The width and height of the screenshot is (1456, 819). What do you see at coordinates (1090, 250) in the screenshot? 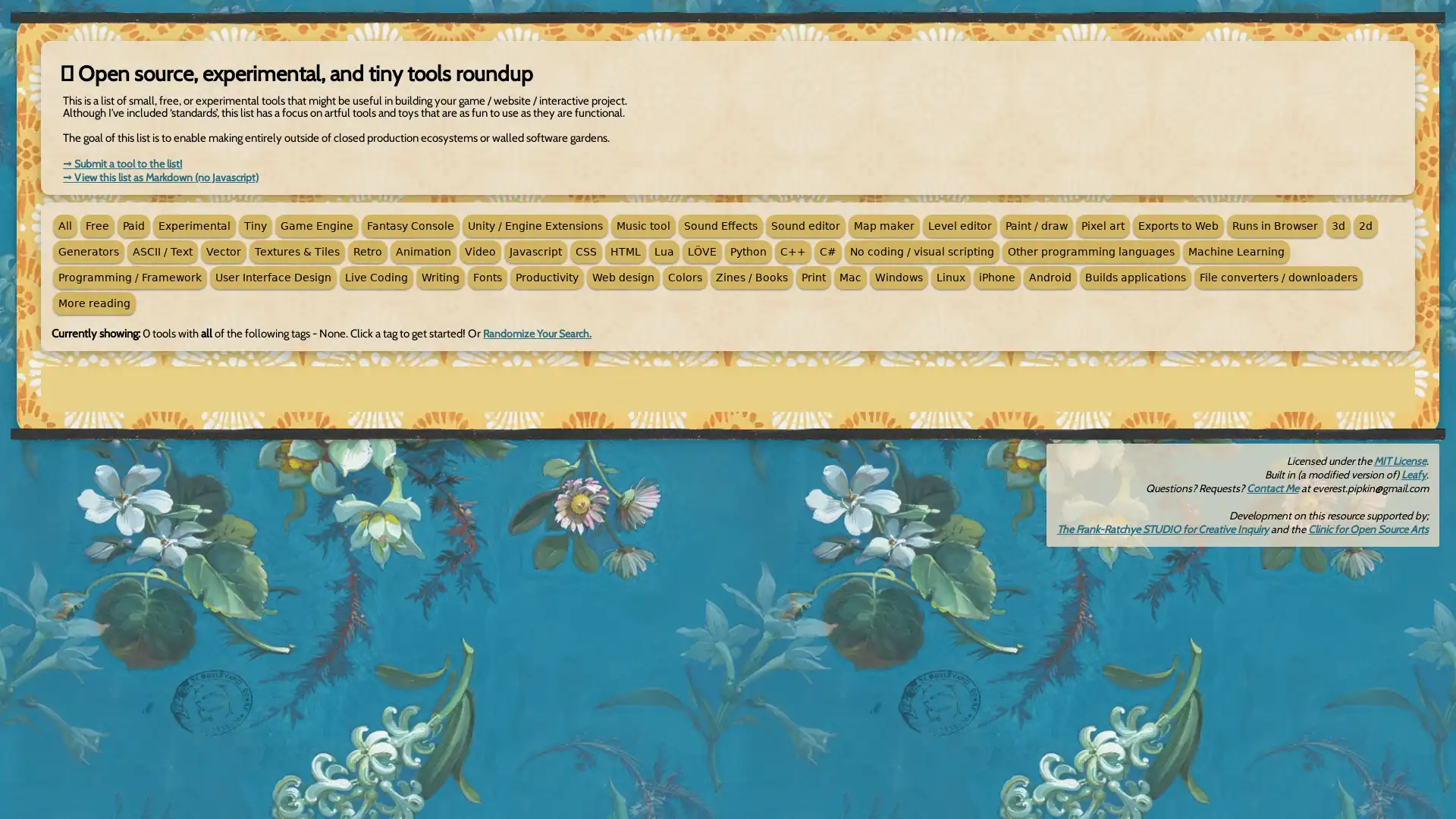
I see `Other programming languages` at bounding box center [1090, 250].